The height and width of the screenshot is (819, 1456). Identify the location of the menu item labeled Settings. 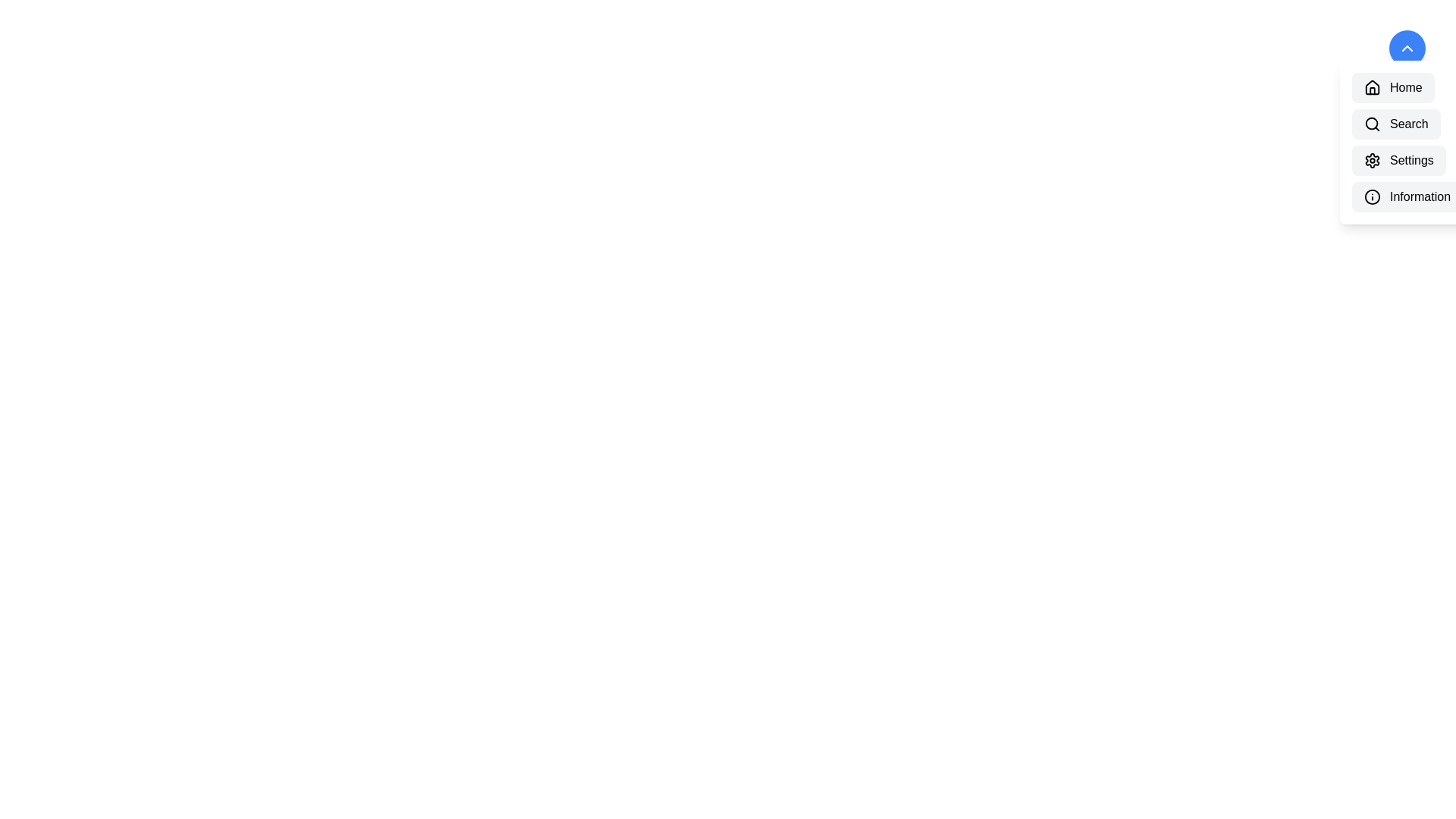
(1398, 161).